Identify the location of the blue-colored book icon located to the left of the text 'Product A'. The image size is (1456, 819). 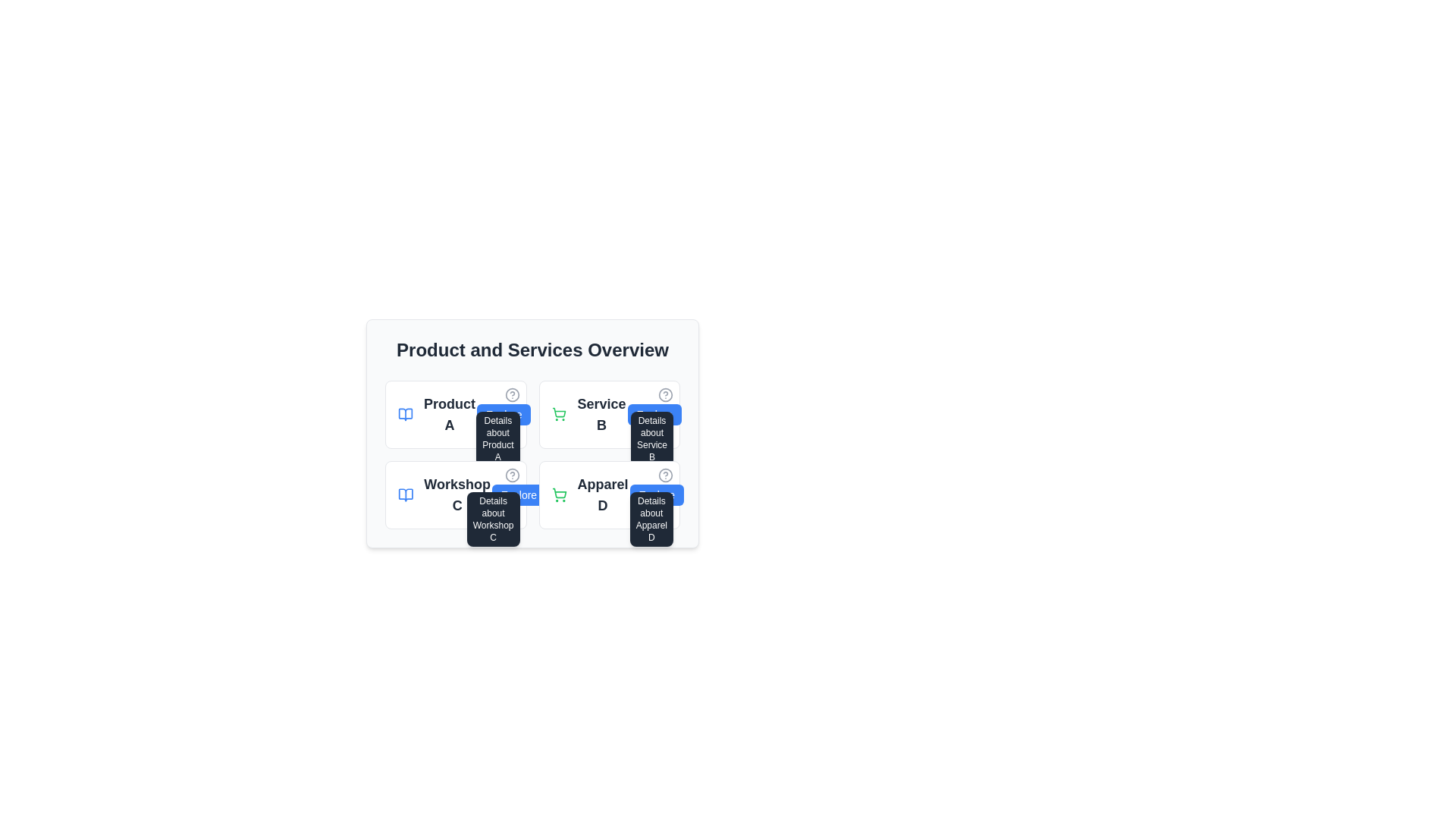
(406, 415).